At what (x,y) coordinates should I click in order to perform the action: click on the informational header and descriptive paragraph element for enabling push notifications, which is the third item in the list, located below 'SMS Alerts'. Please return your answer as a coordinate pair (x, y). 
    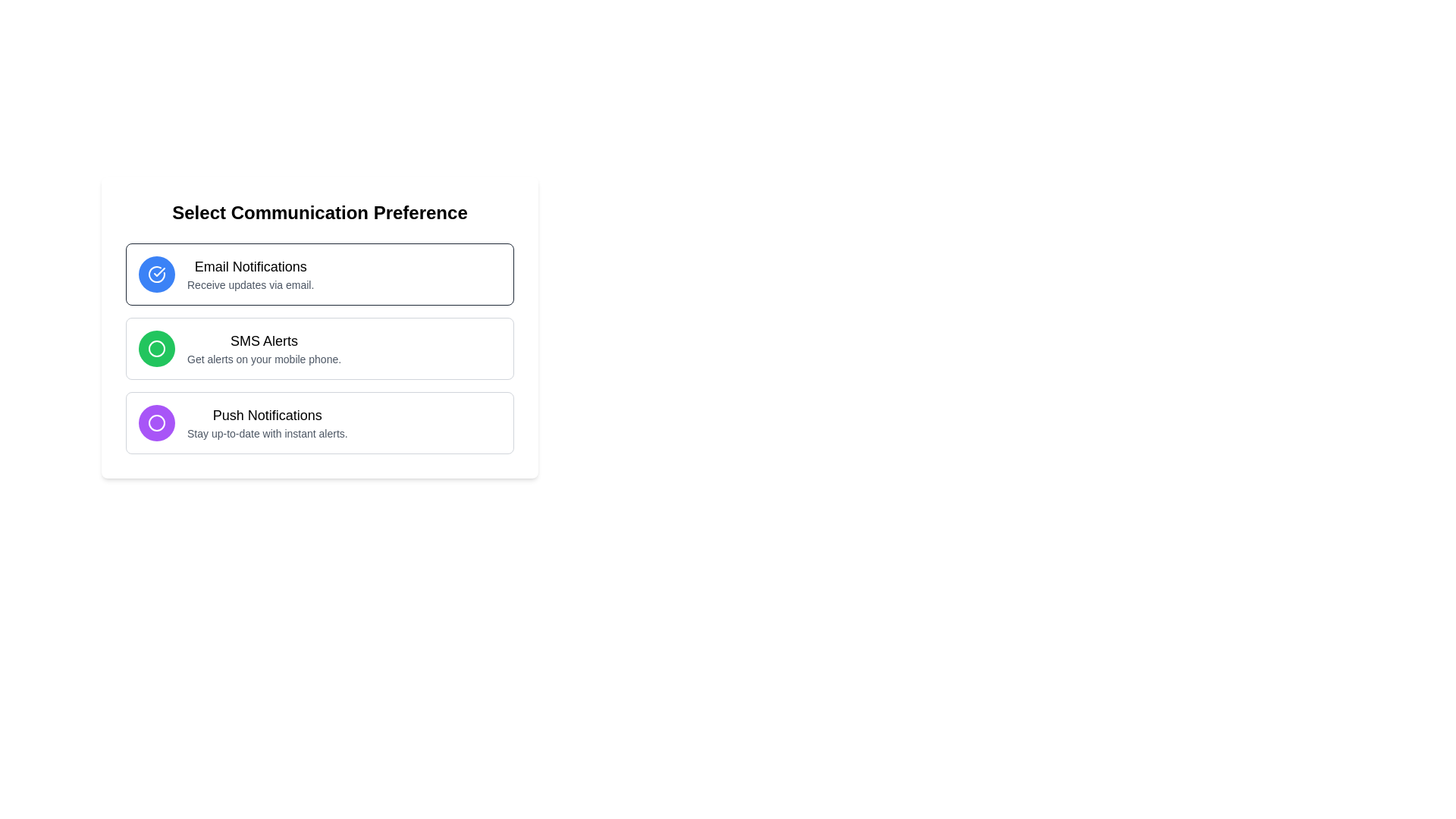
    Looking at the image, I should click on (267, 423).